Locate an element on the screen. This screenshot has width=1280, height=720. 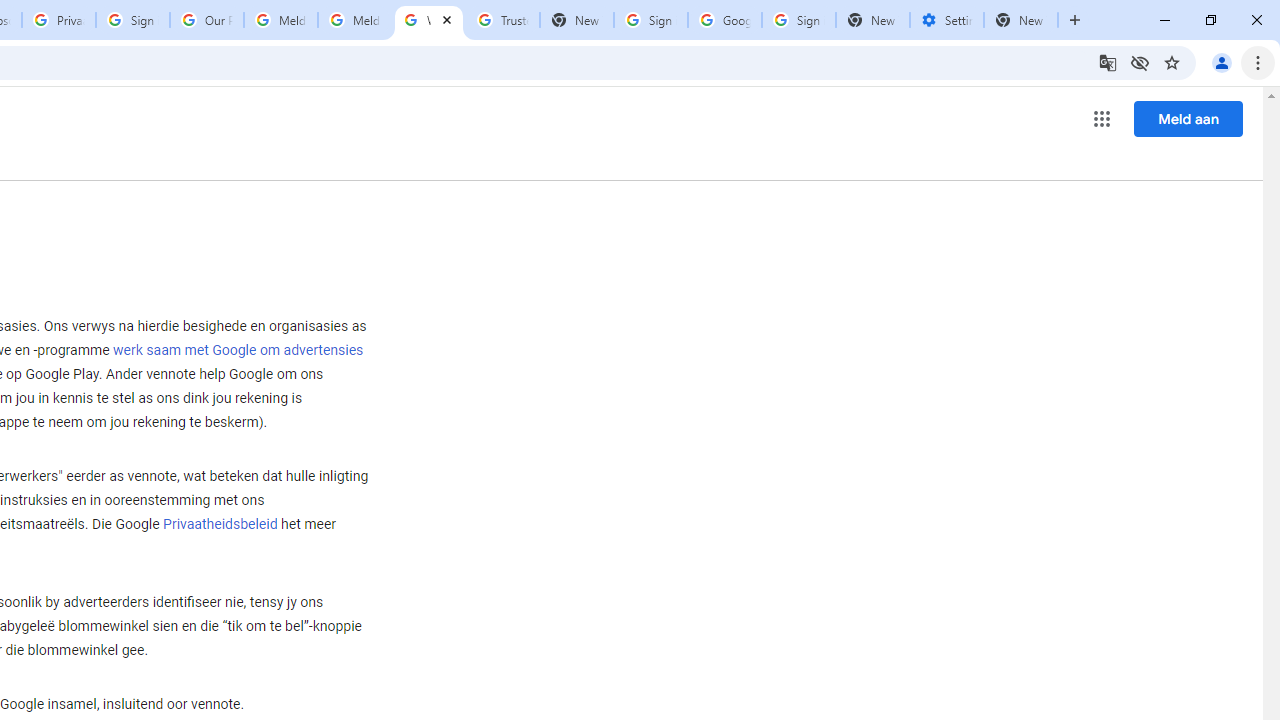
'Sign in - Google Accounts' is located at coordinates (132, 20).